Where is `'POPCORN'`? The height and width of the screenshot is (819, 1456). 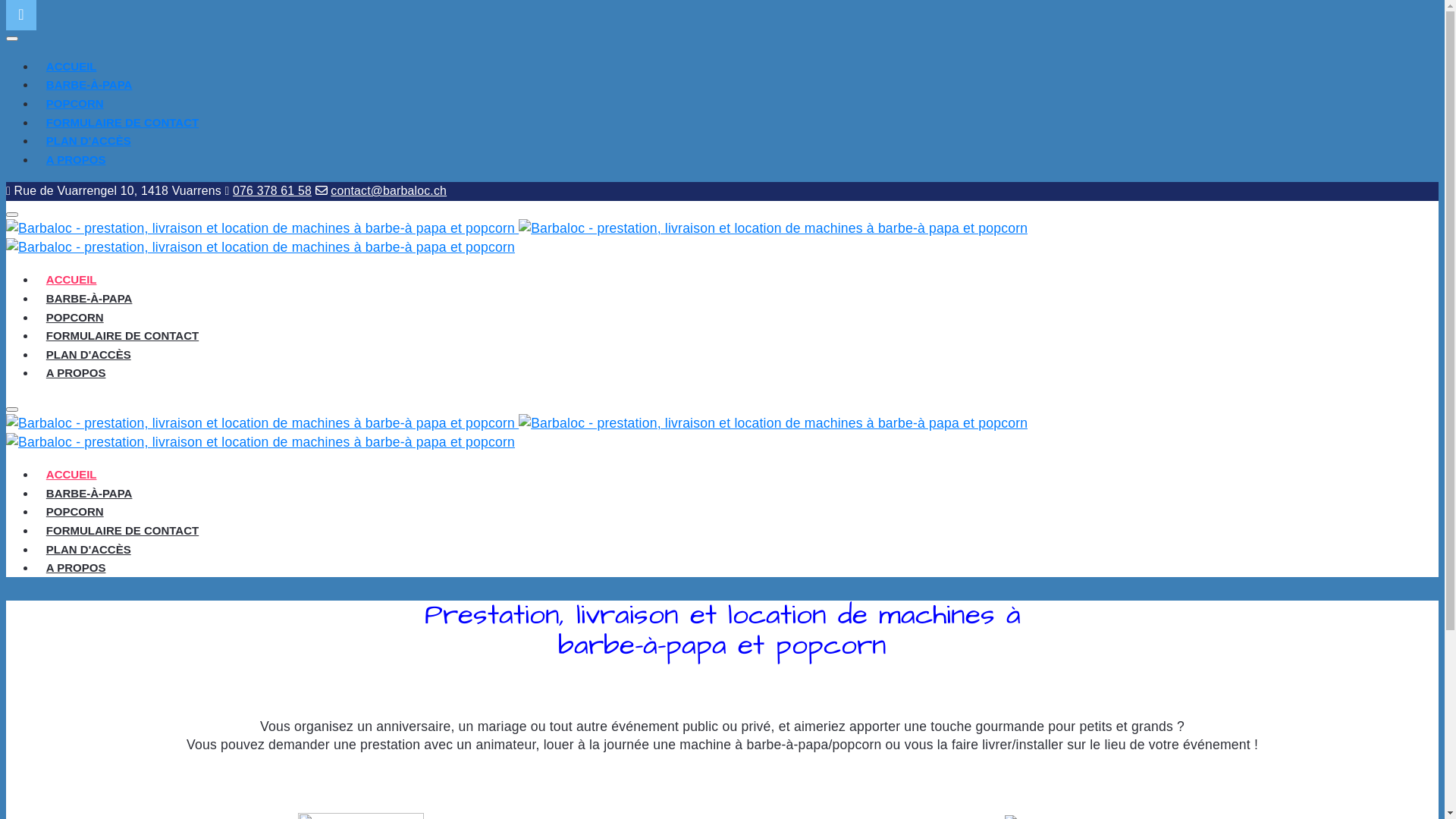 'POPCORN' is located at coordinates (74, 316).